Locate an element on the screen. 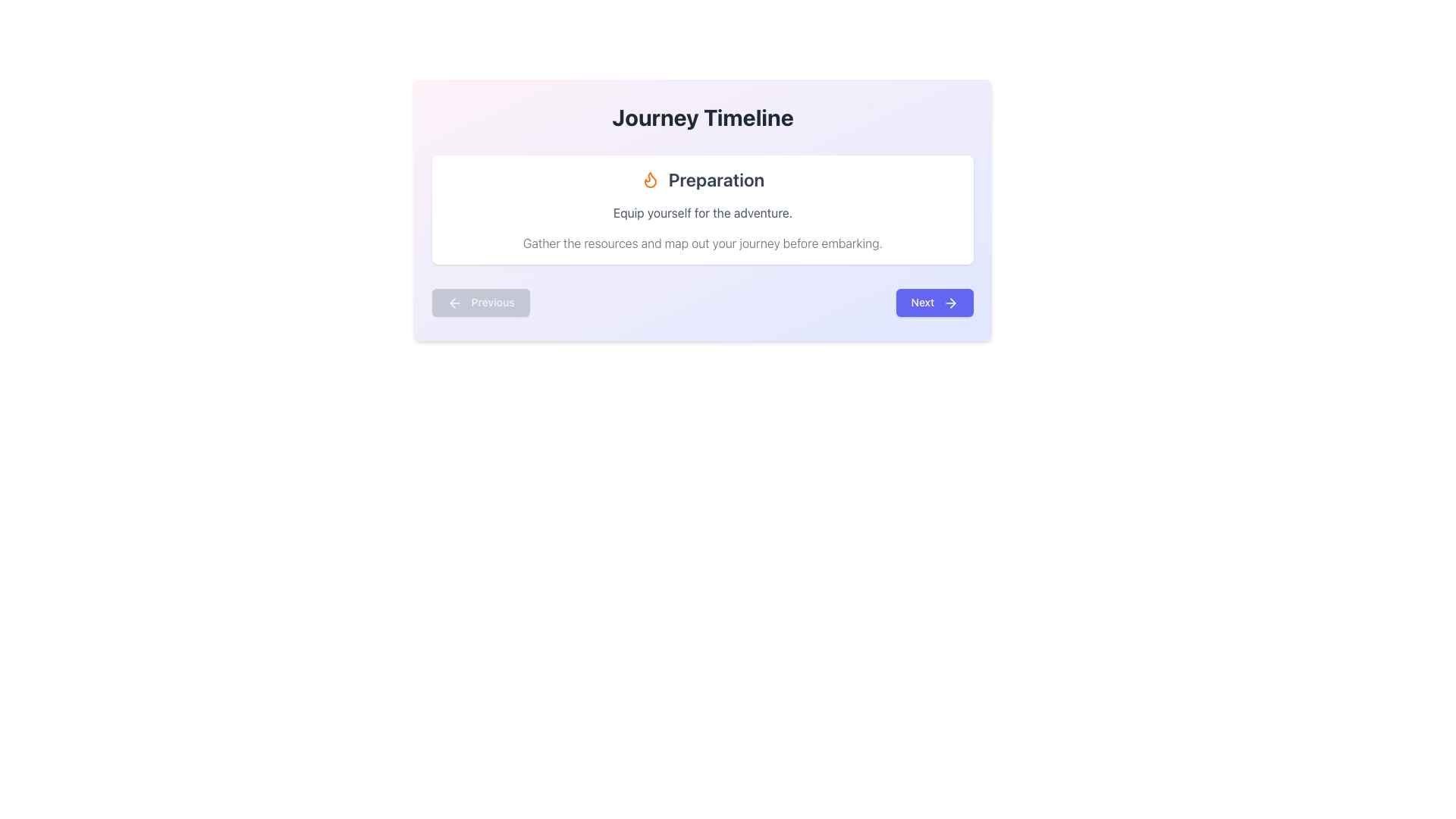 The width and height of the screenshot is (1456, 819). concluding text block that states 'Gather the resources and map out your journey before embarking.' is located at coordinates (701, 242).